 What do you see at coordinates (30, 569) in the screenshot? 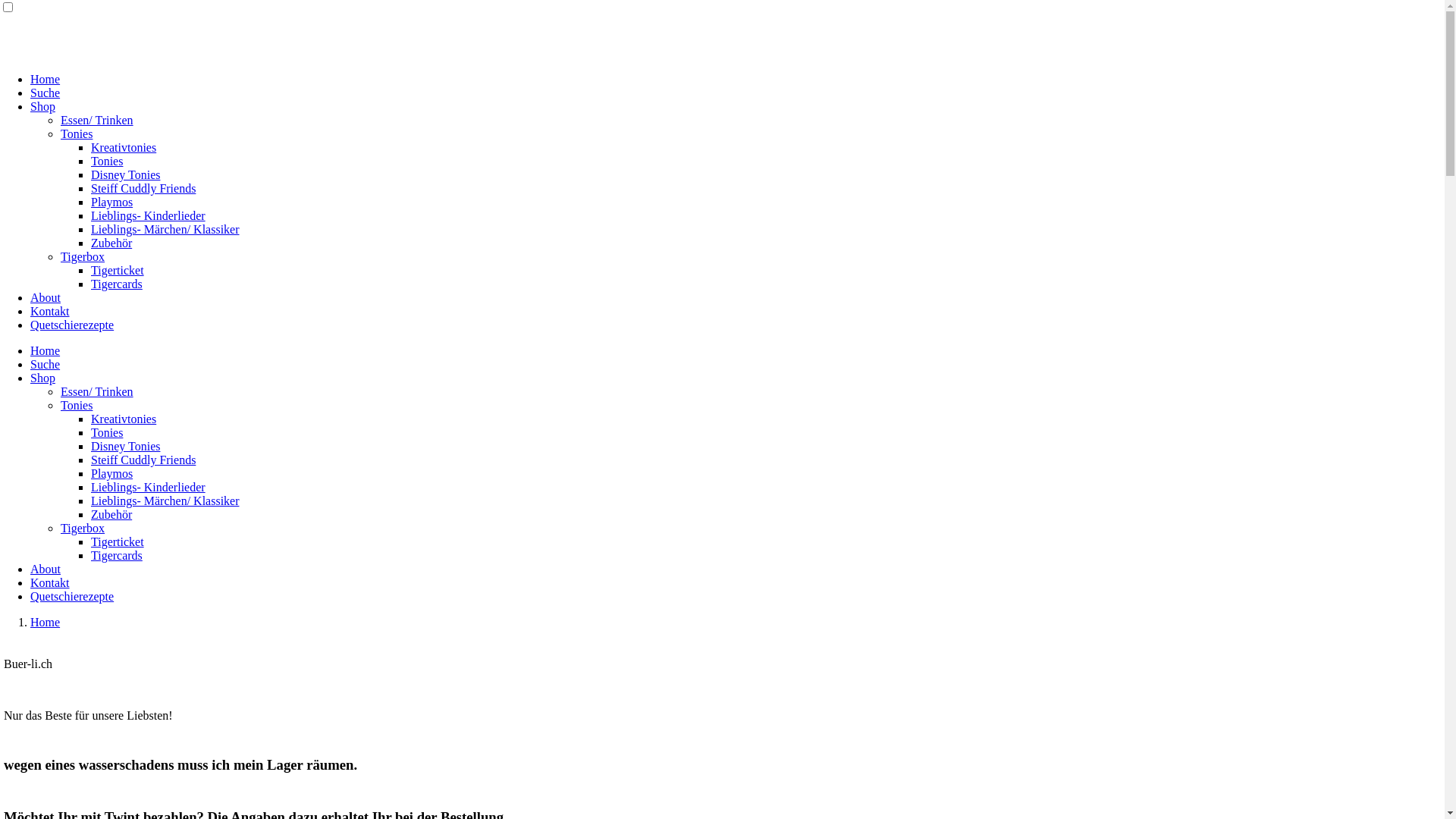
I see `'About'` at bounding box center [30, 569].